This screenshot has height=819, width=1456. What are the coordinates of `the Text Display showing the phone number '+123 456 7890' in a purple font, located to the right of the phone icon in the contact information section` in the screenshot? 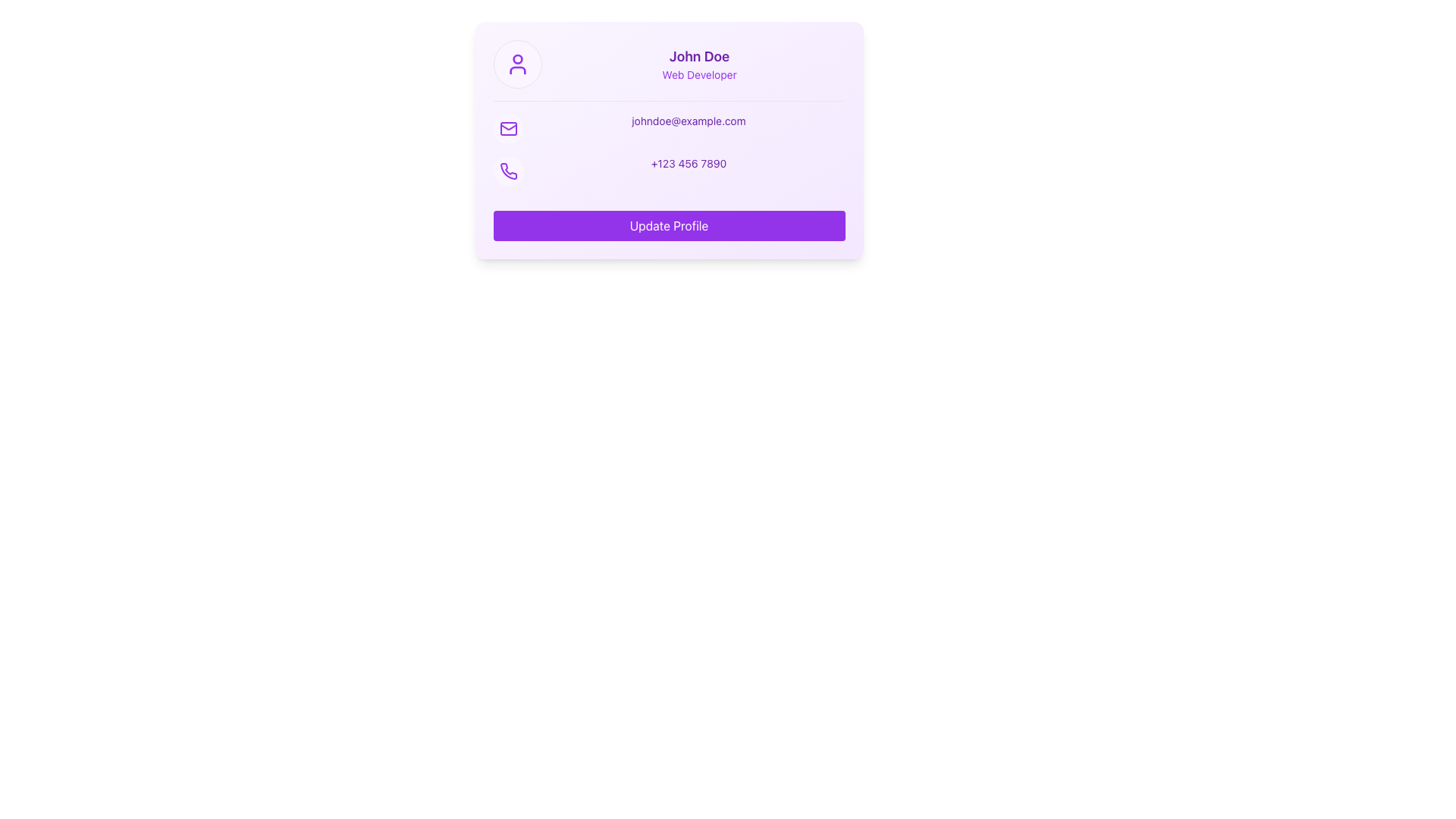 It's located at (688, 164).